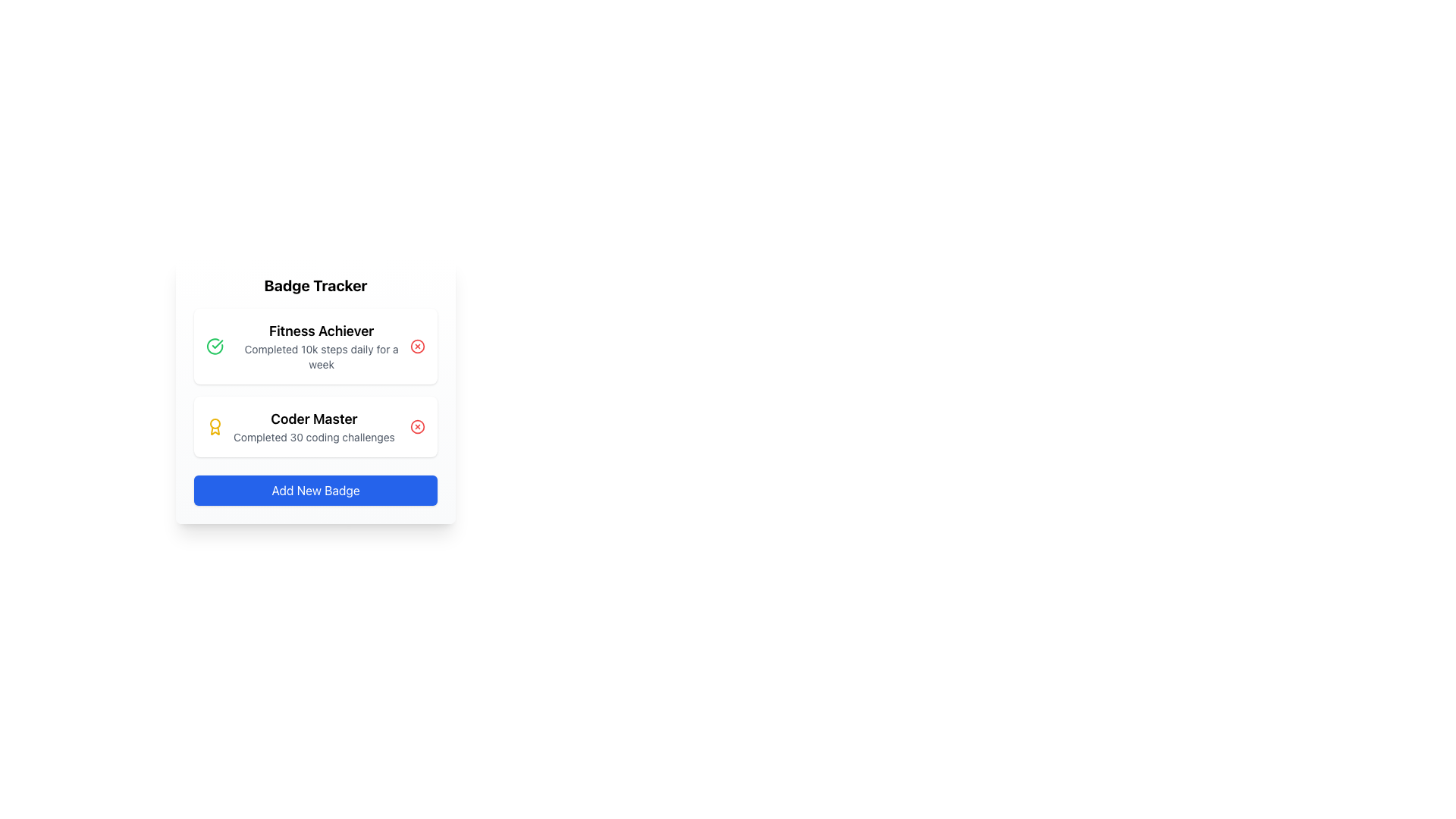 This screenshot has width=1456, height=819. I want to click on the 'Fitness Achiever' badge that displays a green check icon and has text indicating completion of 10k steps daily for a week, so click(307, 346).